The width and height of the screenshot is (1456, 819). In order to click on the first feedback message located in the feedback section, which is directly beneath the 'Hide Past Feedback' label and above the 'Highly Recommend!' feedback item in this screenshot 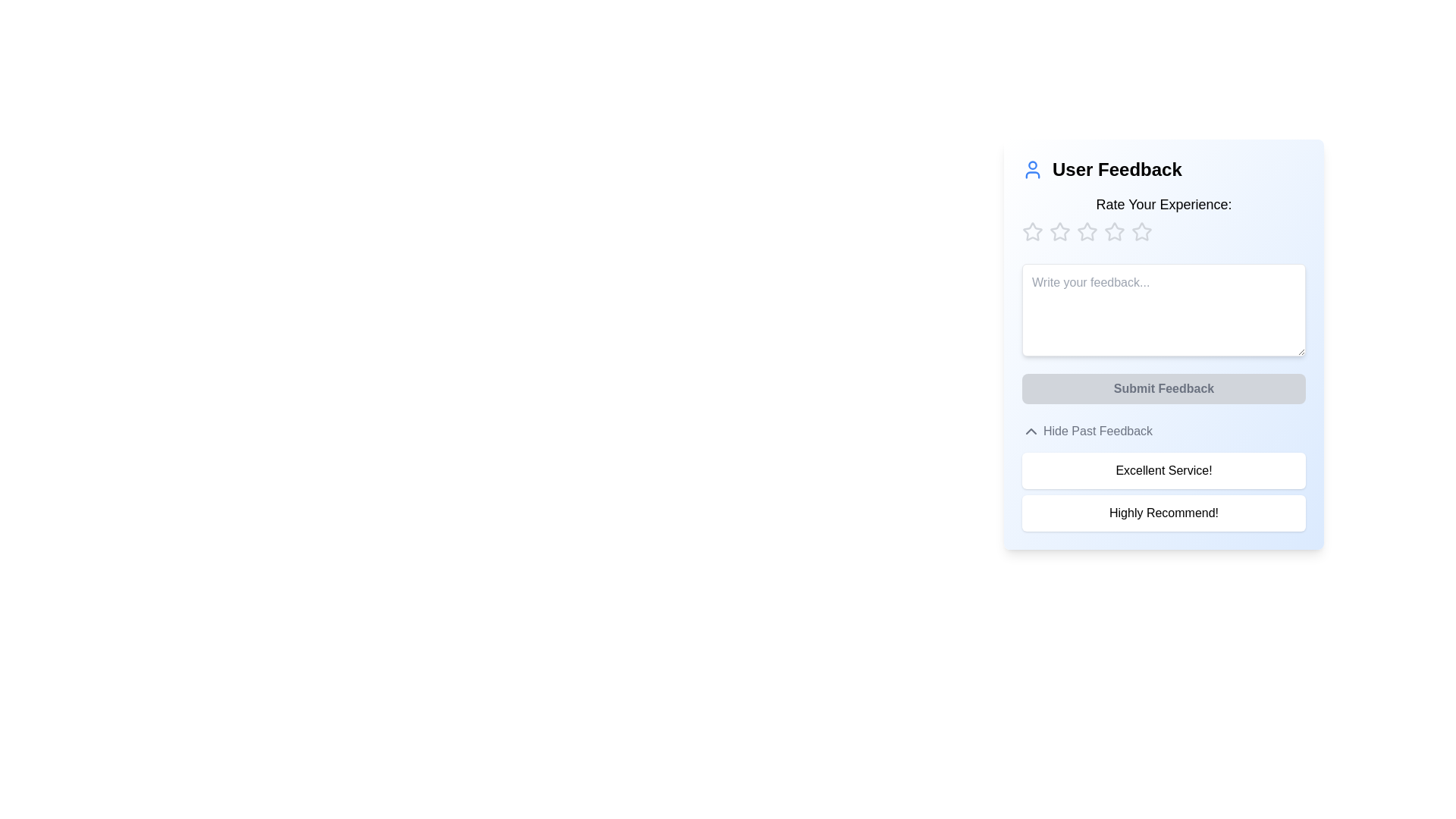, I will do `click(1163, 470)`.